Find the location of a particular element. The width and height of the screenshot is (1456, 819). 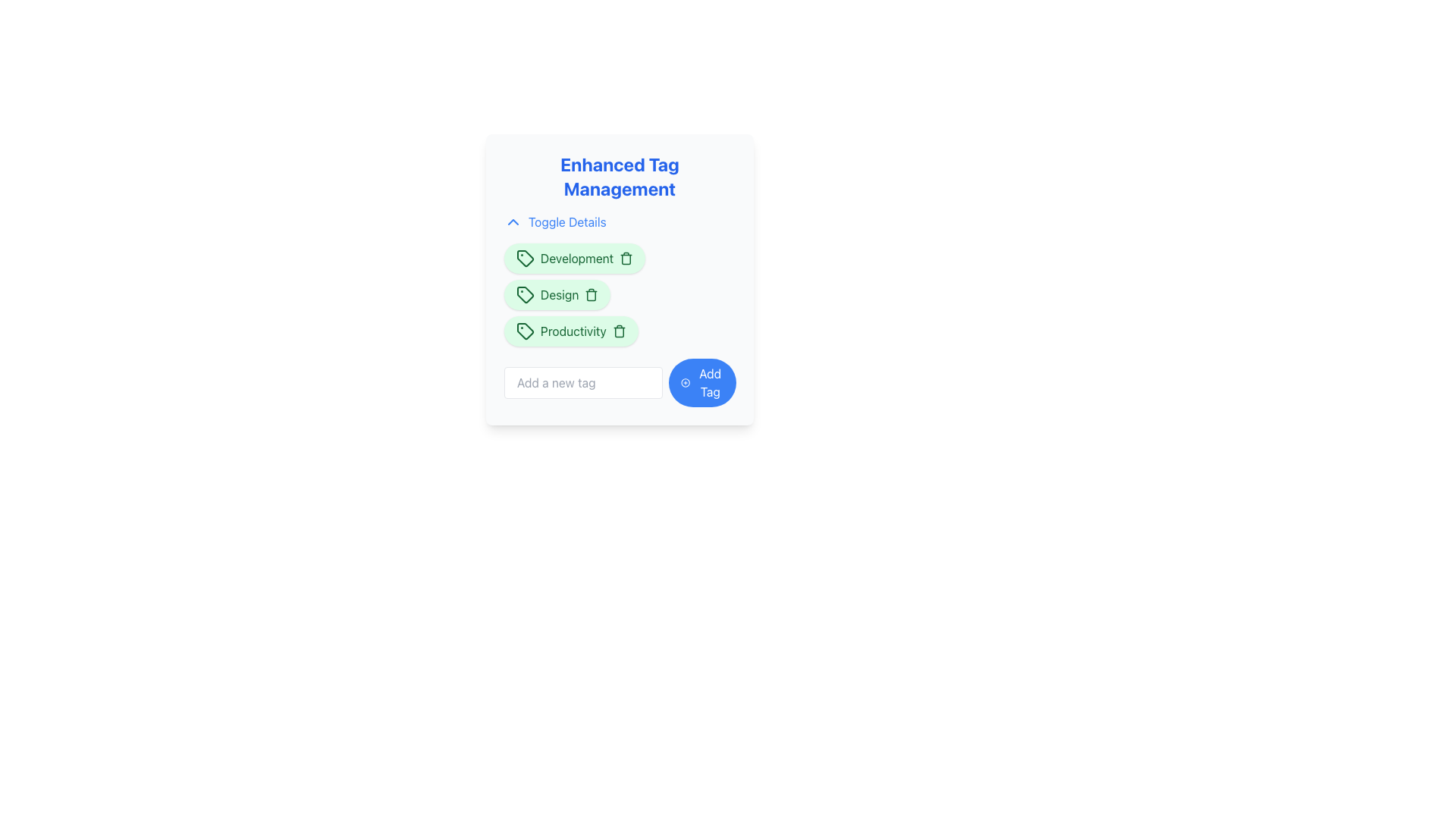

the green trash icon button within the 'Development' tag component is located at coordinates (626, 257).